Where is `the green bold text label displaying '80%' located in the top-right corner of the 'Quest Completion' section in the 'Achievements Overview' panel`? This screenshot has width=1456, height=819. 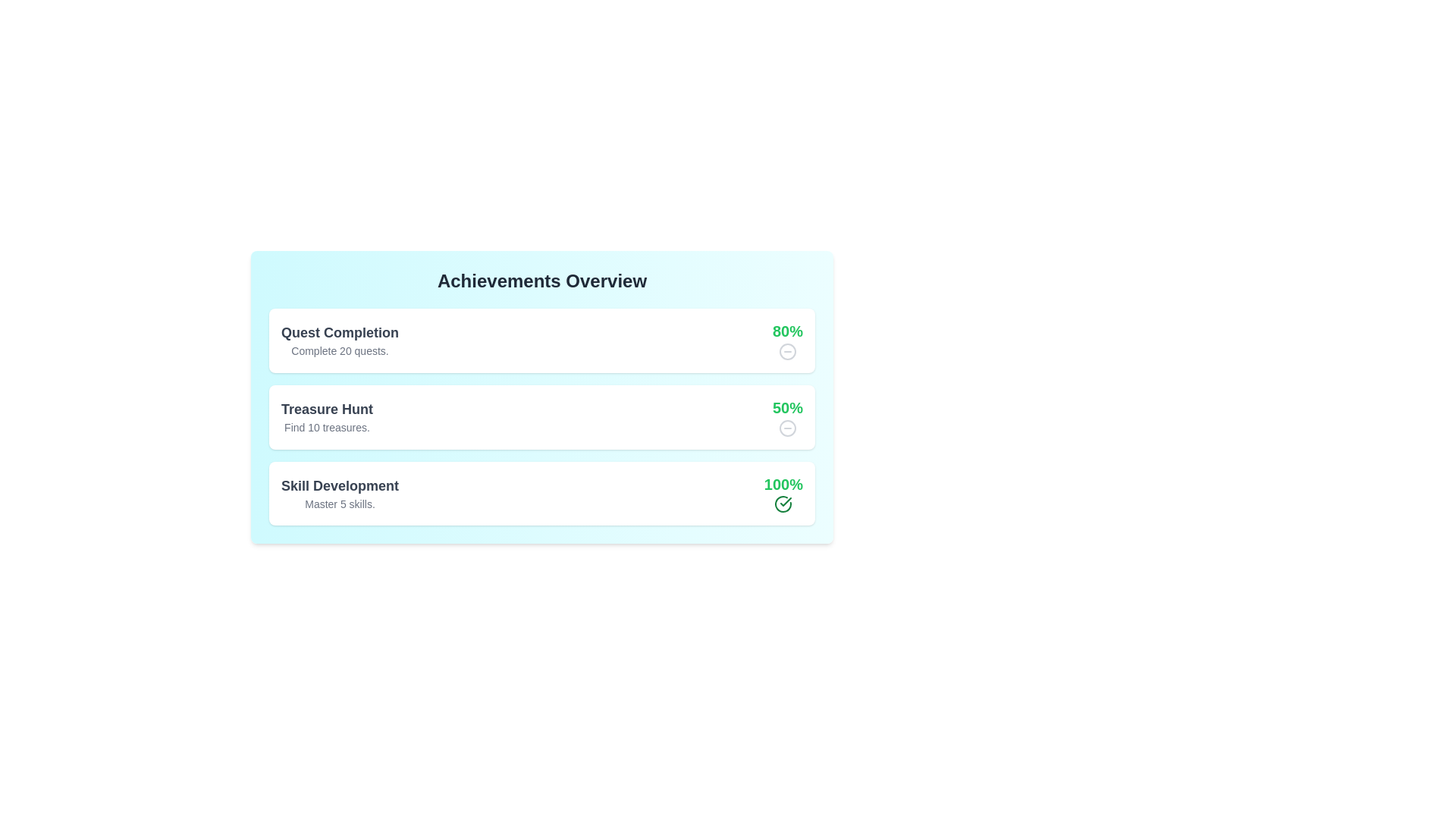 the green bold text label displaying '80%' located in the top-right corner of the 'Quest Completion' section in the 'Achievements Overview' panel is located at coordinates (787, 330).